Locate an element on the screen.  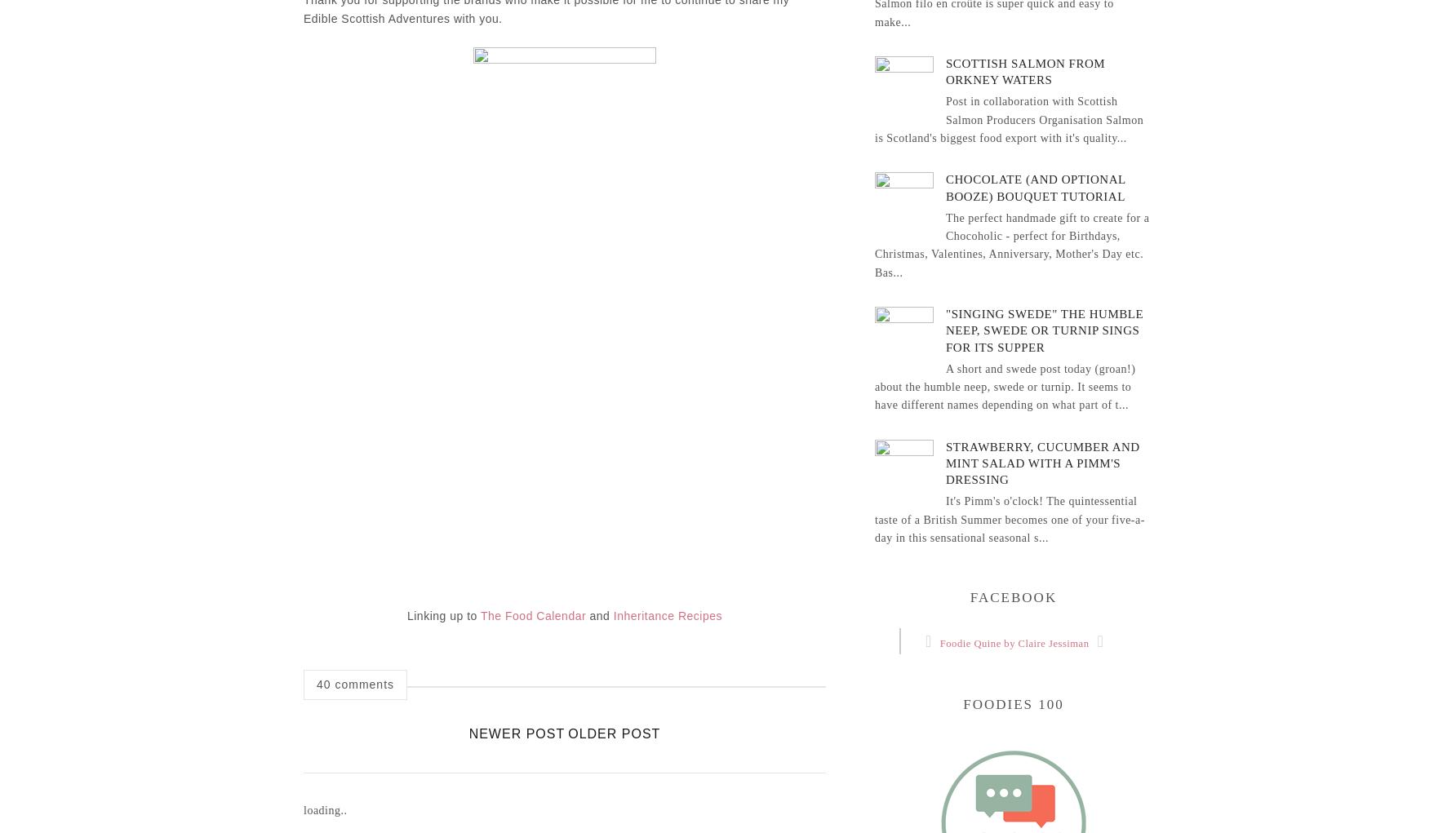
'Foodie Quine by Claire Jessiman' is located at coordinates (1013, 643).